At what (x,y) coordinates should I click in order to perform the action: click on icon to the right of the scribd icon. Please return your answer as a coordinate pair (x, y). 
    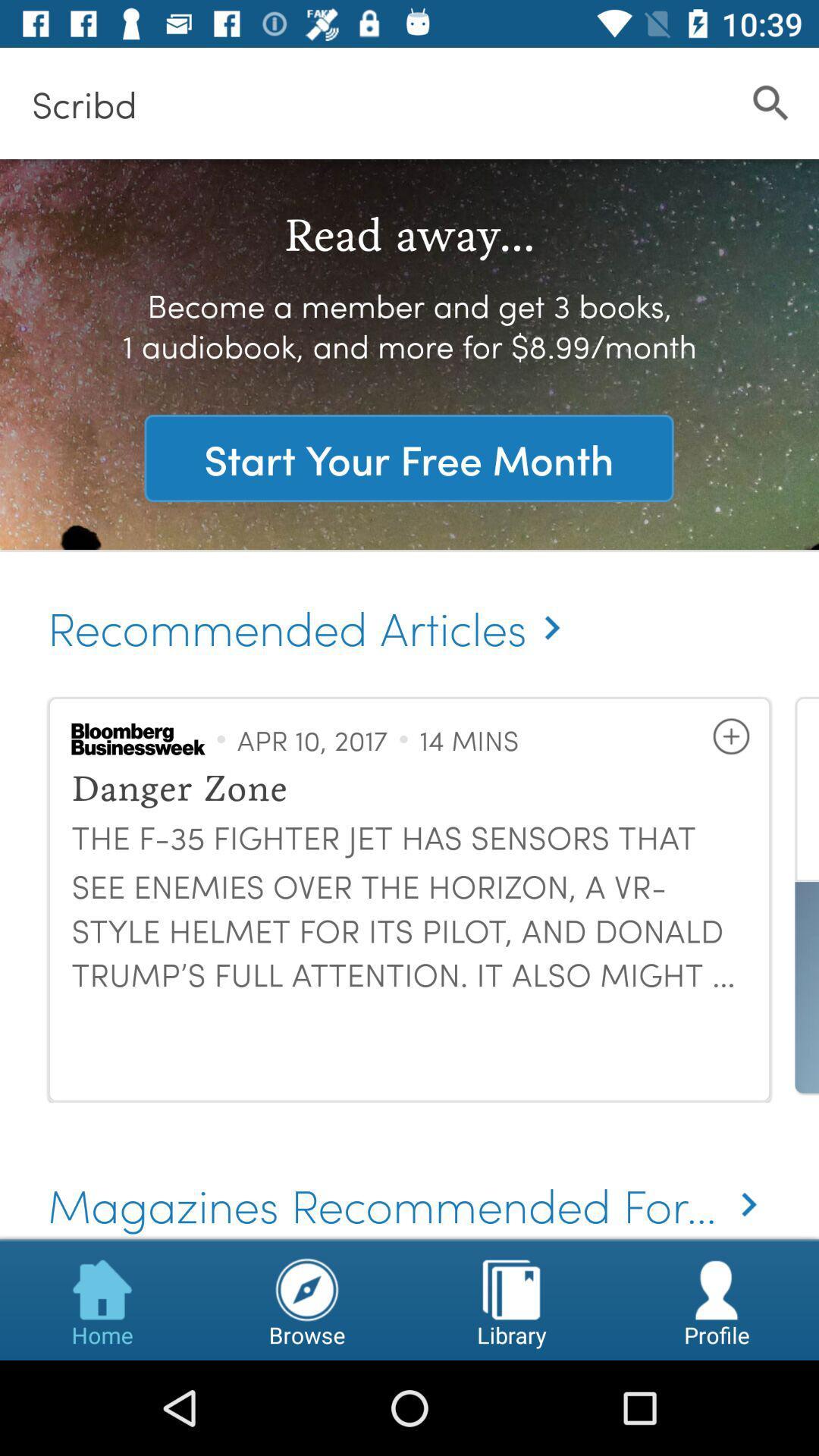
    Looking at the image, I should click on (771, 102).